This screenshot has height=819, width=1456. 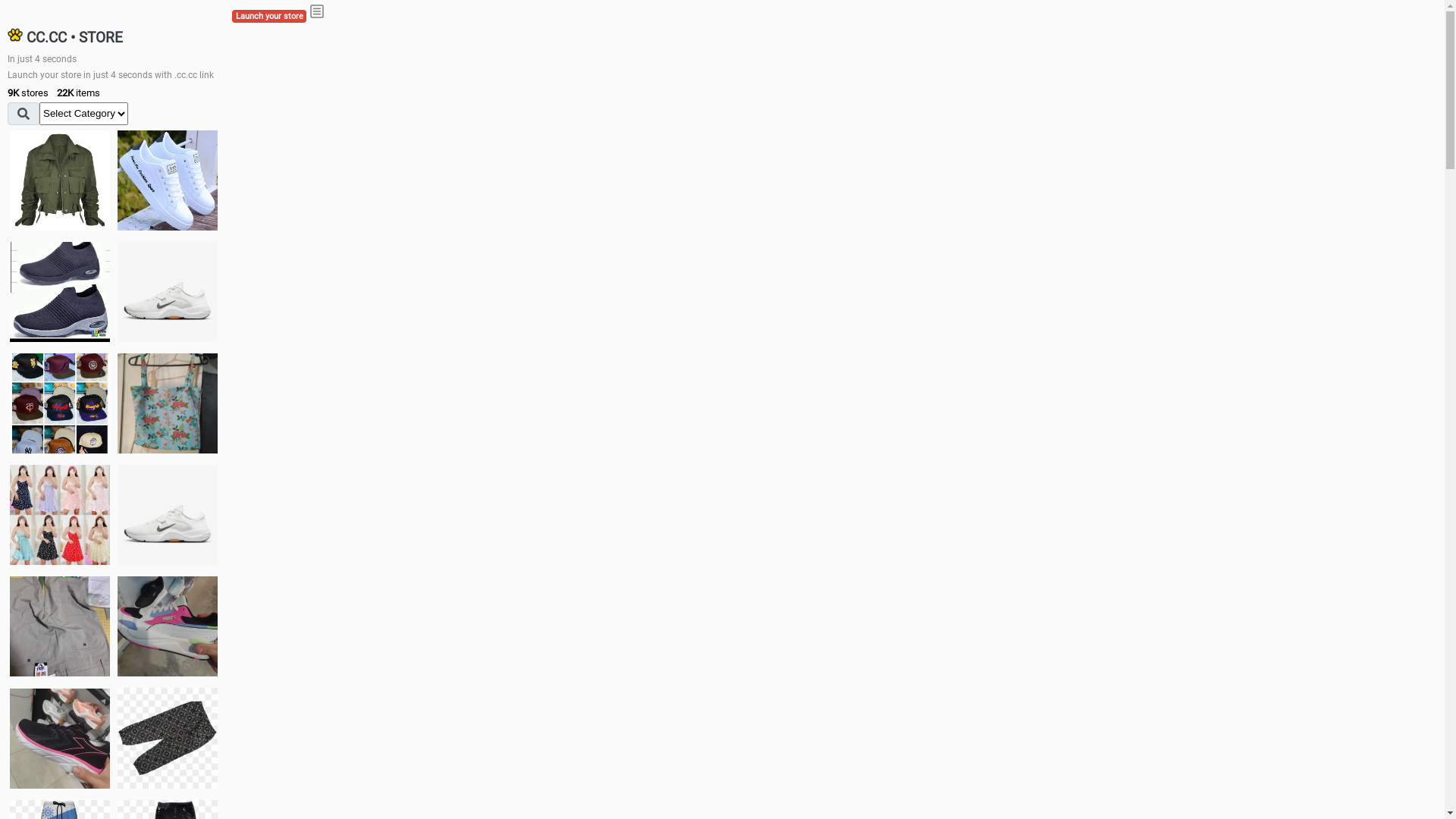 What do you see at coordinates (10, 738) in the screenshot?
I see `'Zapatillas'` at bounding box center [10, 738].